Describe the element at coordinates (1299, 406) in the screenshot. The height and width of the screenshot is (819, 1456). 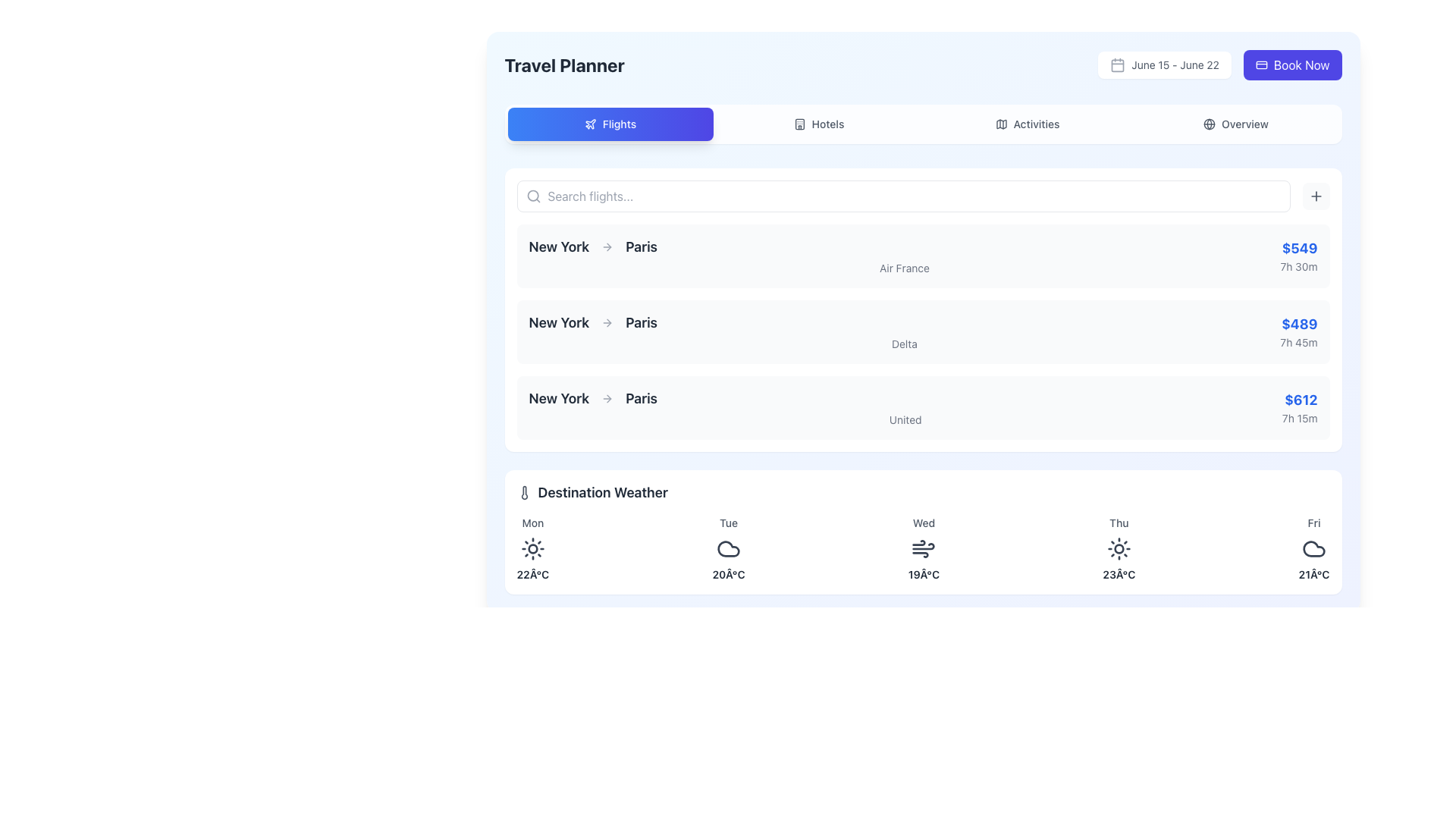
I see `the textual information block displaying the price '$612' and duration '7h 15m' in the third card of the flight details from 'New York' to 'Paris'` at that location.